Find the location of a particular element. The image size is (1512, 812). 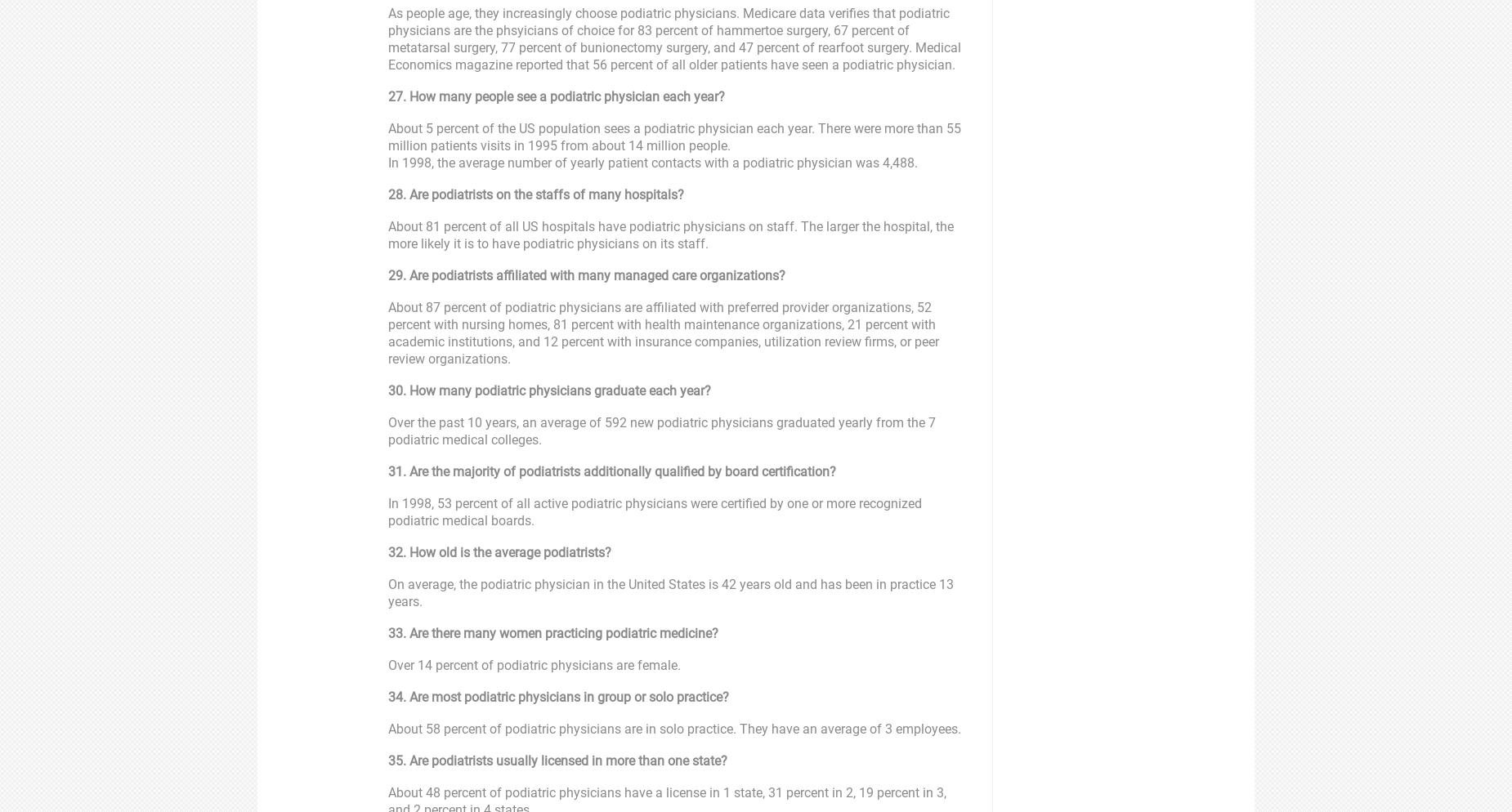

'31. Are the majority of podiatrists additionally qualified by board certification?' is located at coordinates (612, 471).